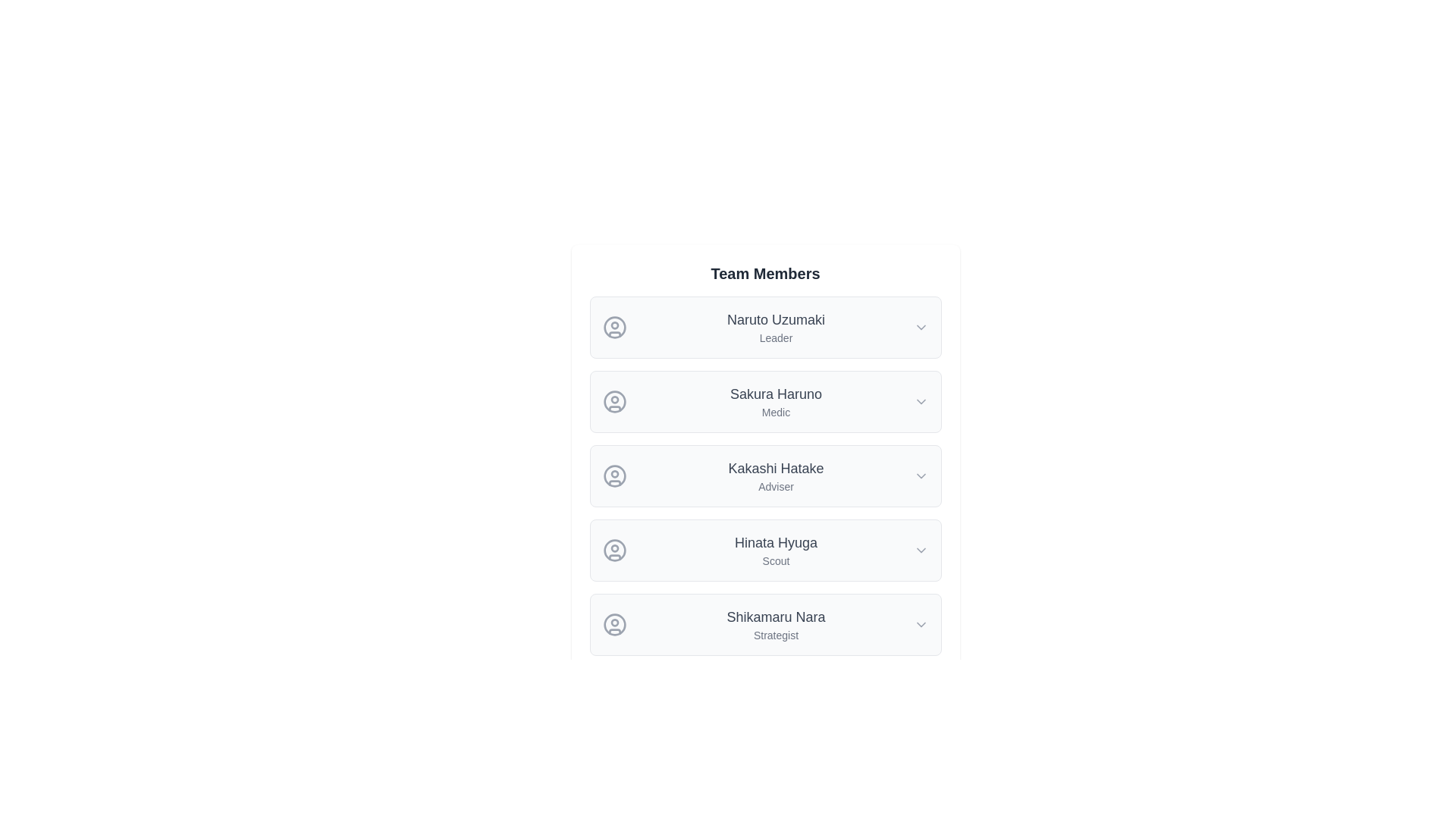 Image resolution: width=1456 pixels, height=819 pixels. Describe the element at coordinates (920, 550) in the screenshot. I see `the downward-pointing gray chevron icon within the fourth entry labeled 'Hinata Hyuga Scout'` at that location.